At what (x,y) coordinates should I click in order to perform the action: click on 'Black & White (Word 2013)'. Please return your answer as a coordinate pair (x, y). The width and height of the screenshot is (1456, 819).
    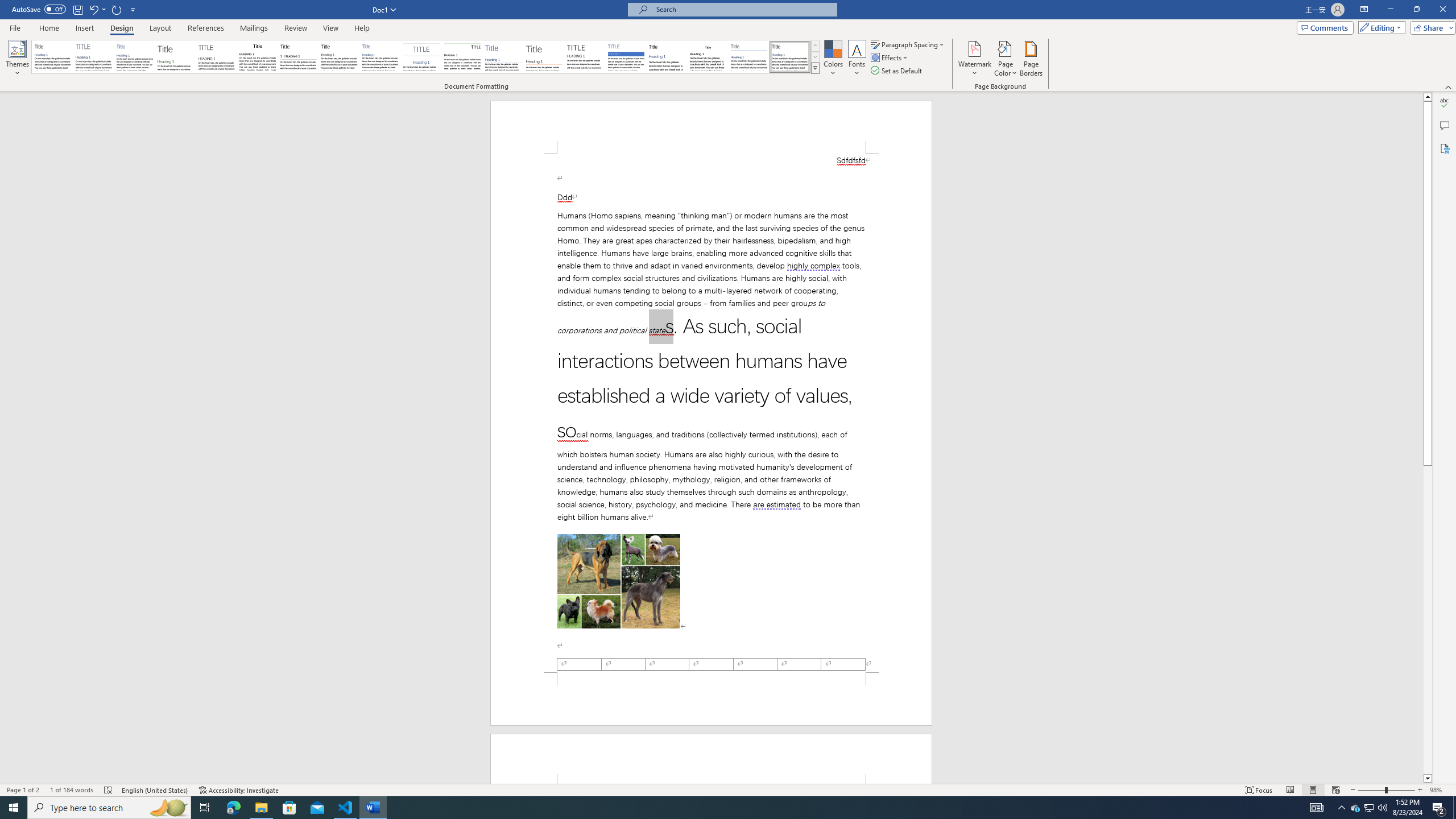
    Looking at the image, I should click on (338, 56).